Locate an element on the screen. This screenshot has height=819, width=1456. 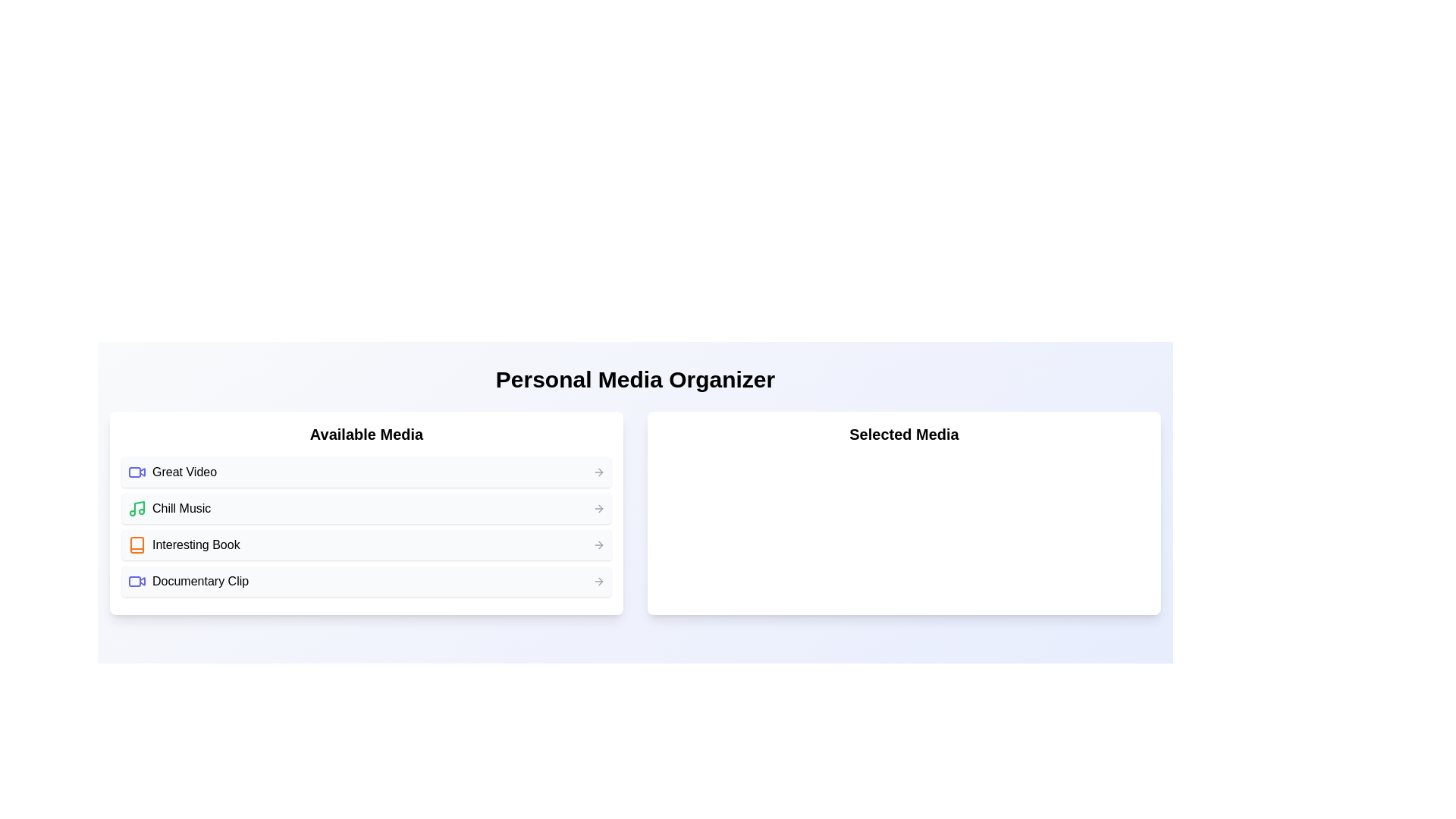
the book icon in the 'Available Media' section, which is the third icon from the top next to the 'Interesting Book' text entry is located at coordinates (137, 544).